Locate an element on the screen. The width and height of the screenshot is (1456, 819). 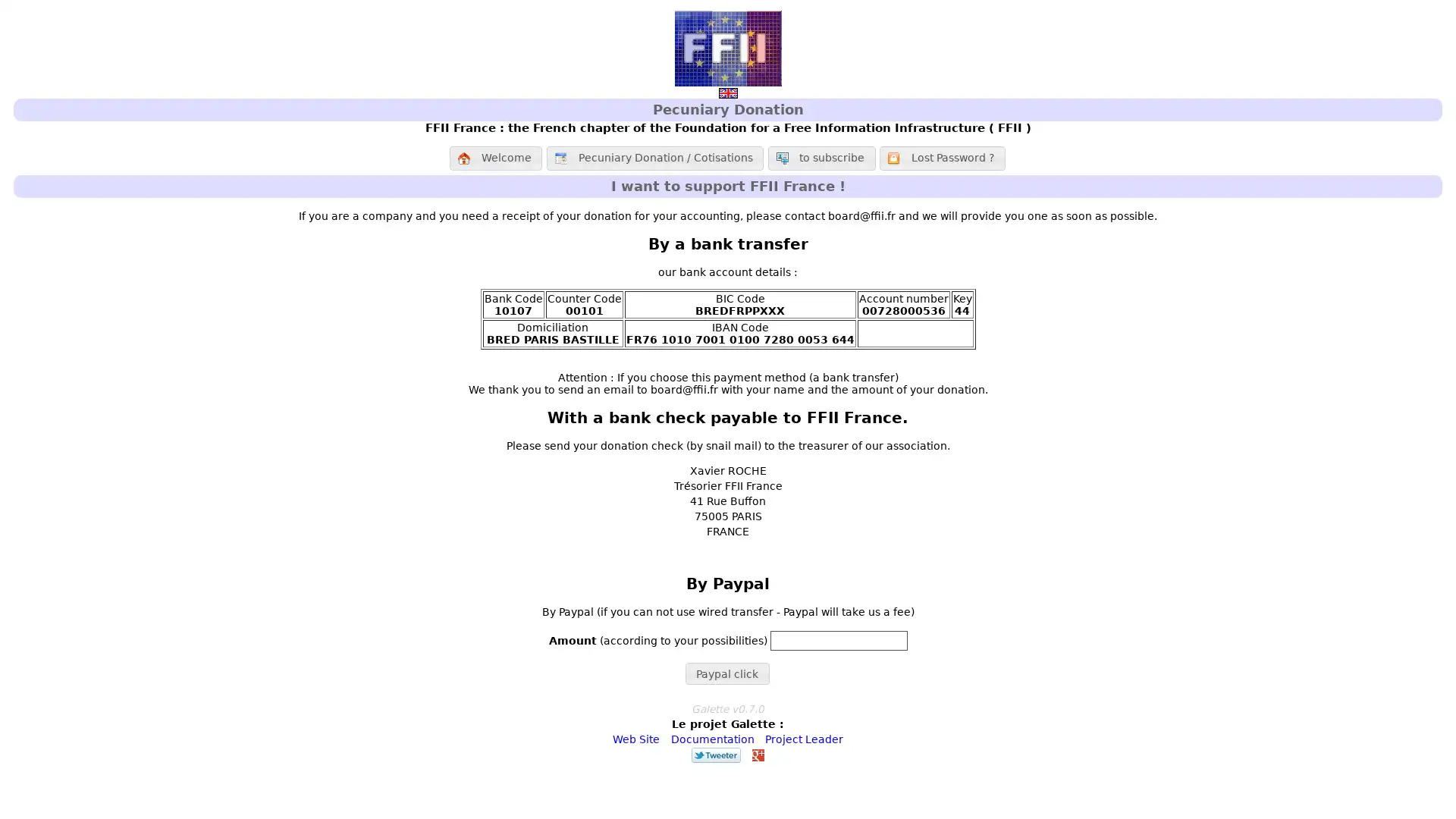
Lost Password ? is located at coordinates (941, 158).